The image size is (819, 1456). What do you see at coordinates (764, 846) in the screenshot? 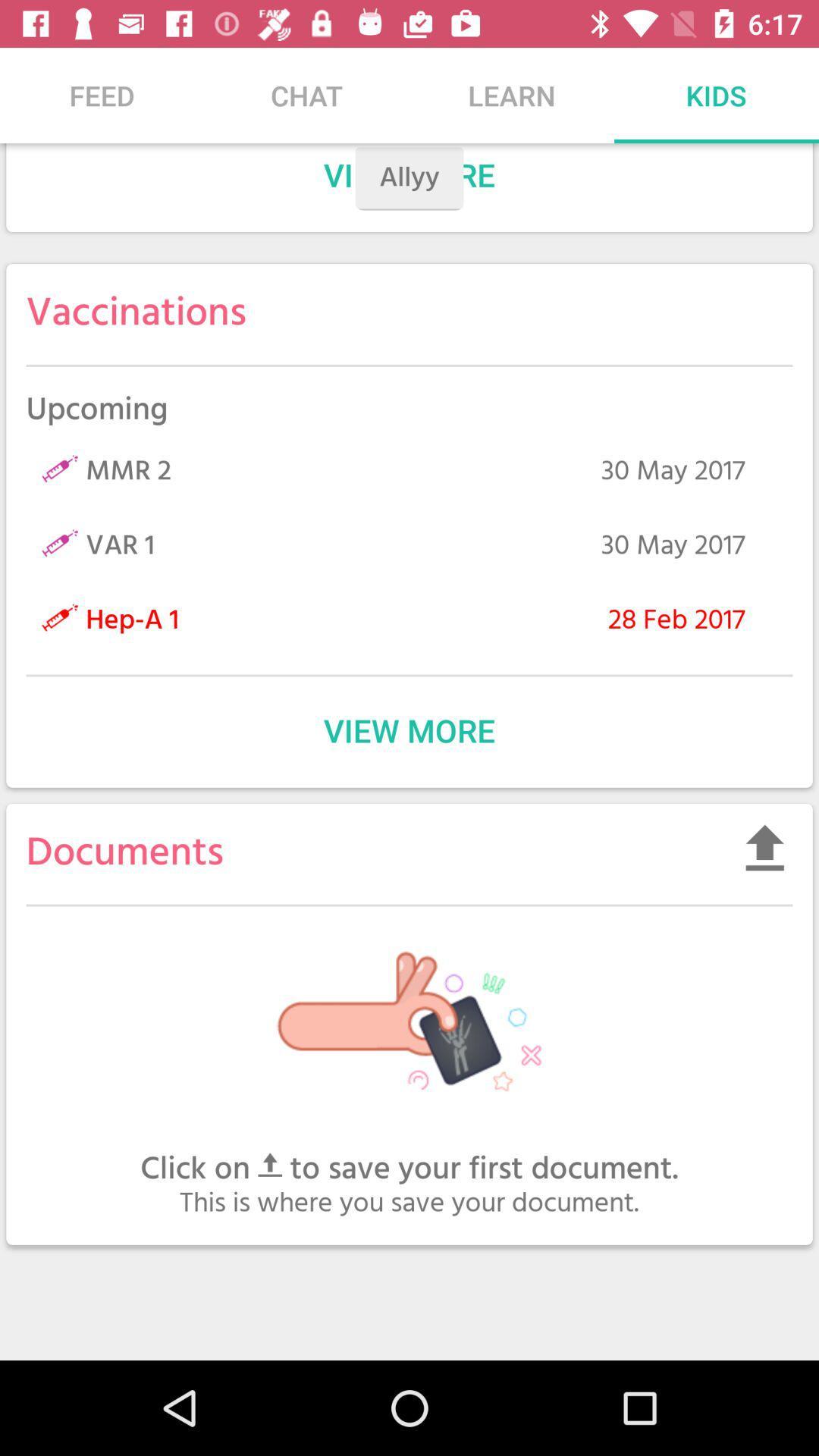
I see `the item on the right` at bounding box center [764, 846].